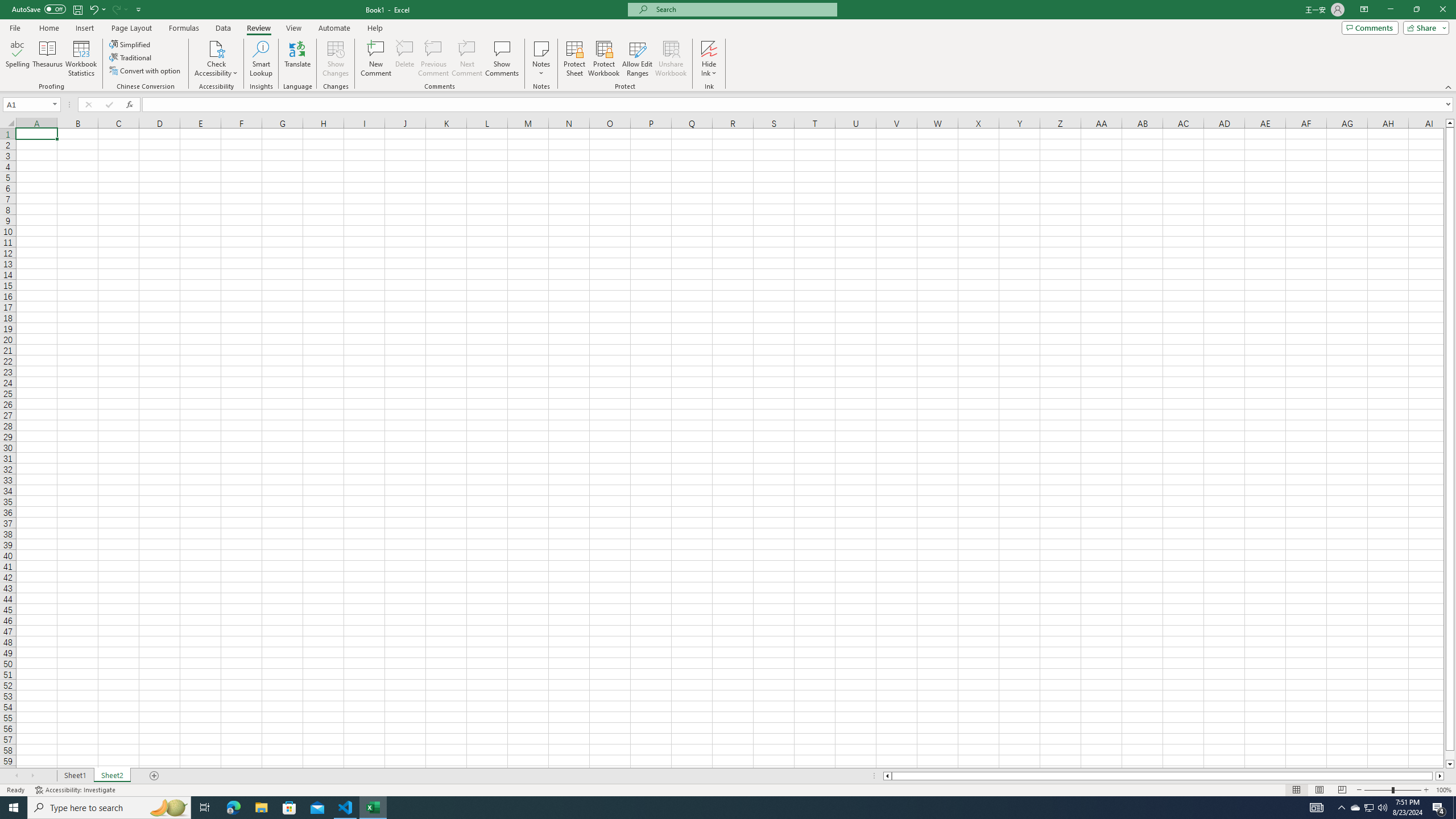  Describe the element at coordinates (297, 59) in the screenshot. I see `'Translate'` at that location.